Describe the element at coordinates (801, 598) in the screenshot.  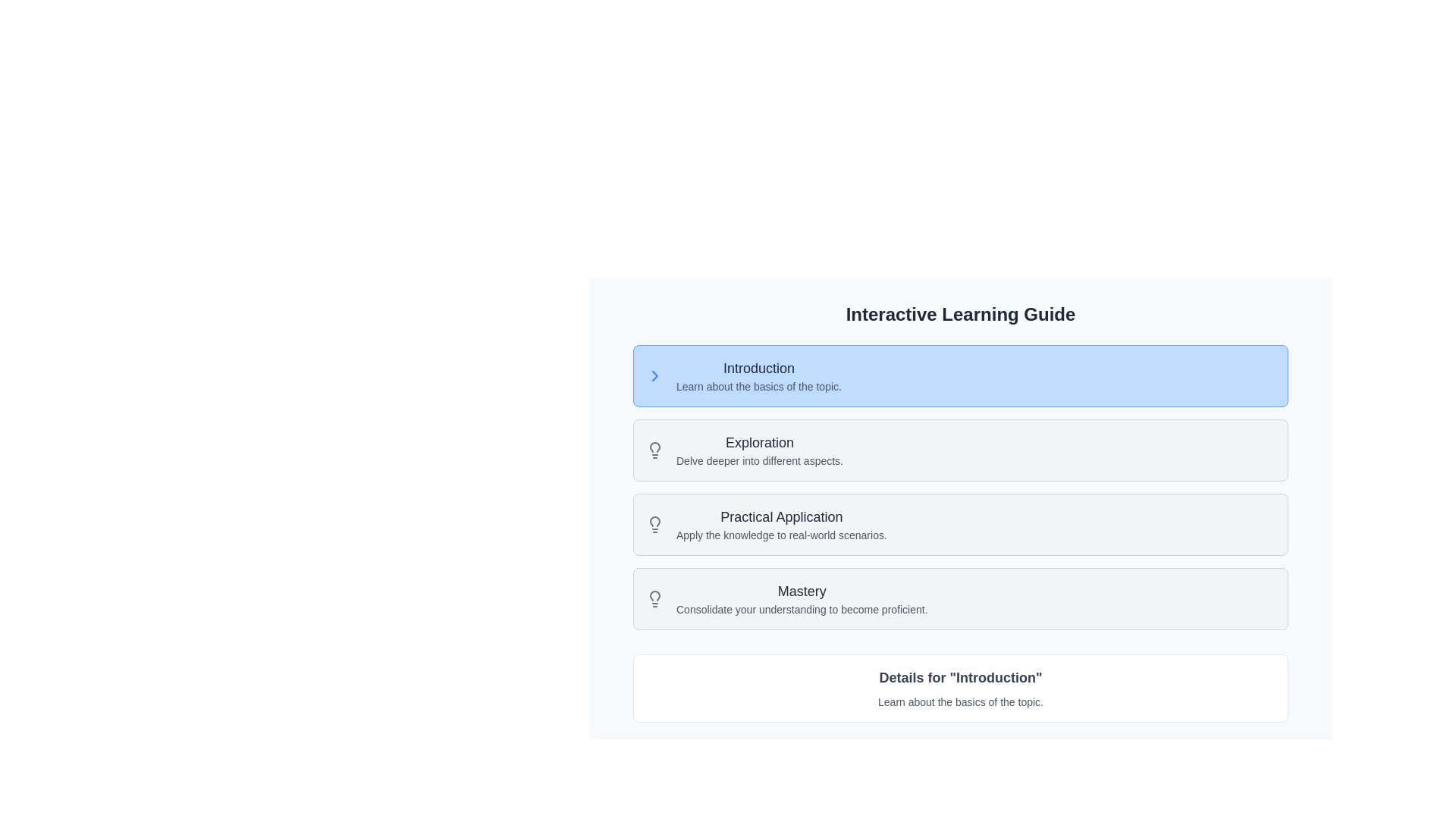
I see `the 'Mastery' text block` at that location.